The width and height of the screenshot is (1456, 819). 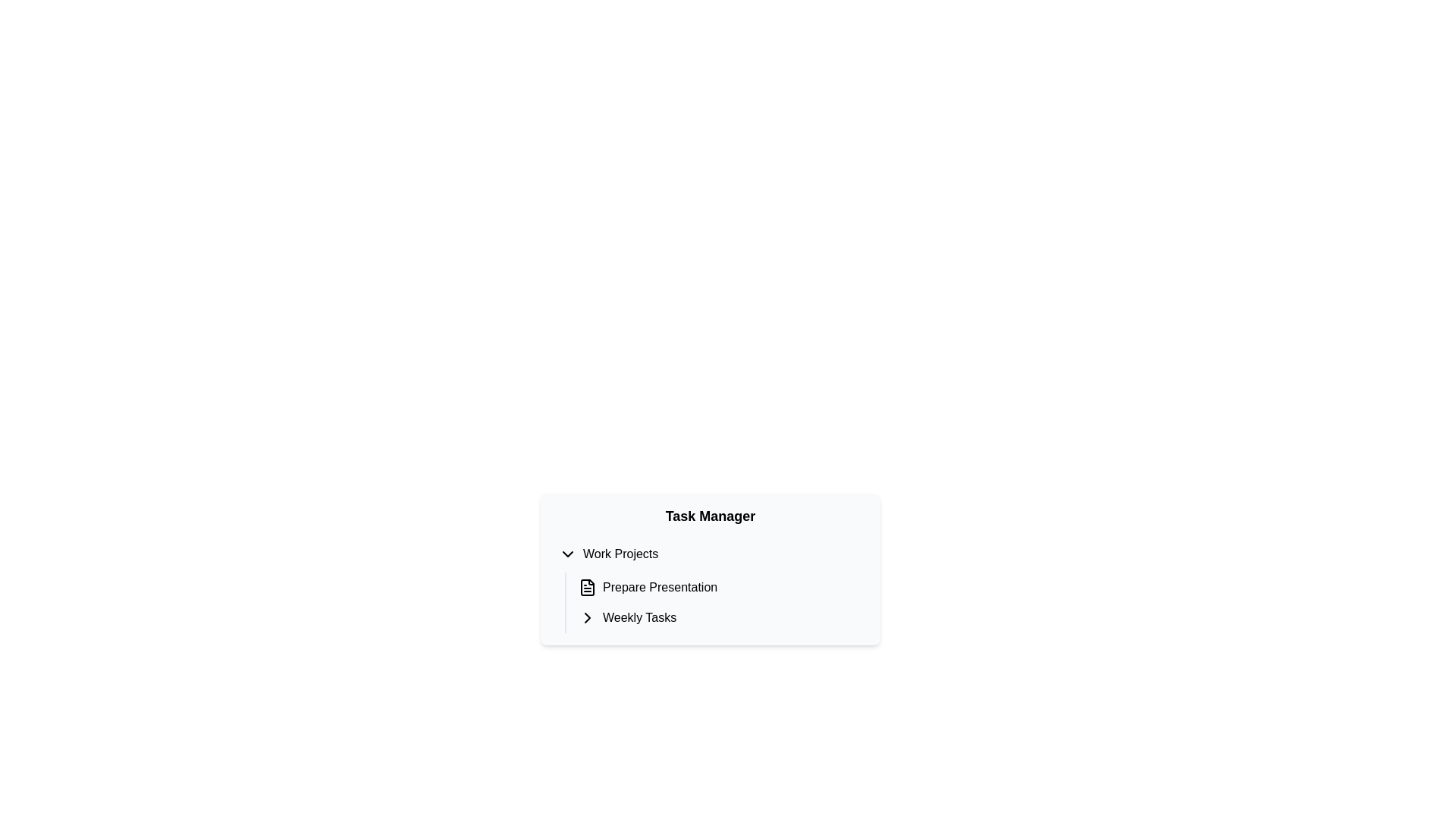 I want to click on the task item labeled 'Prepare Presentation' from the 'Work Projects' section of the Task Manager interface, so click(x=720, y=587).